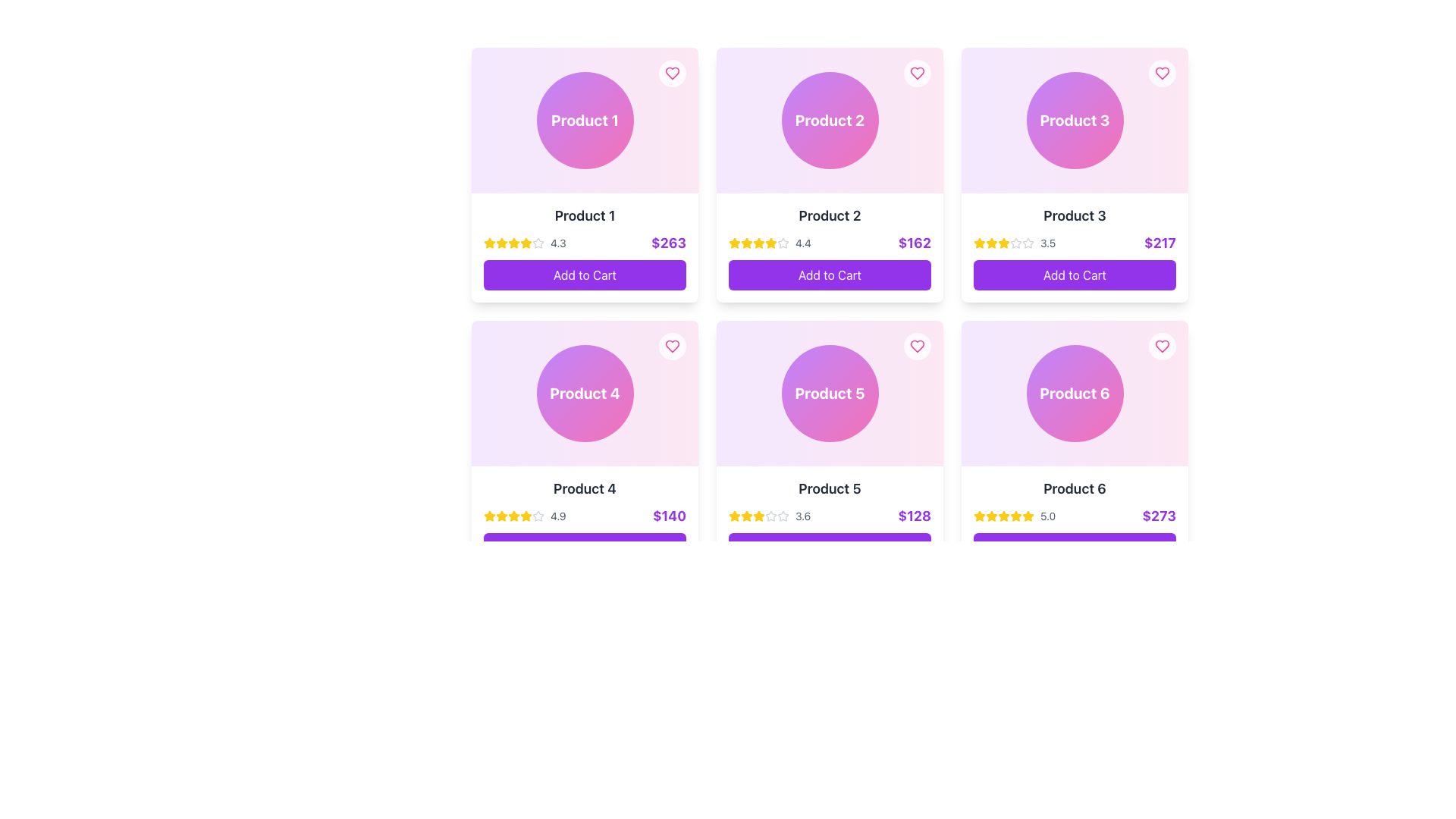 Image resolution: width=1456 pixels, height=819 pixels. Describe the element at coordinates (746, 242) in the screenshot. I see `the first star icon` at that location.